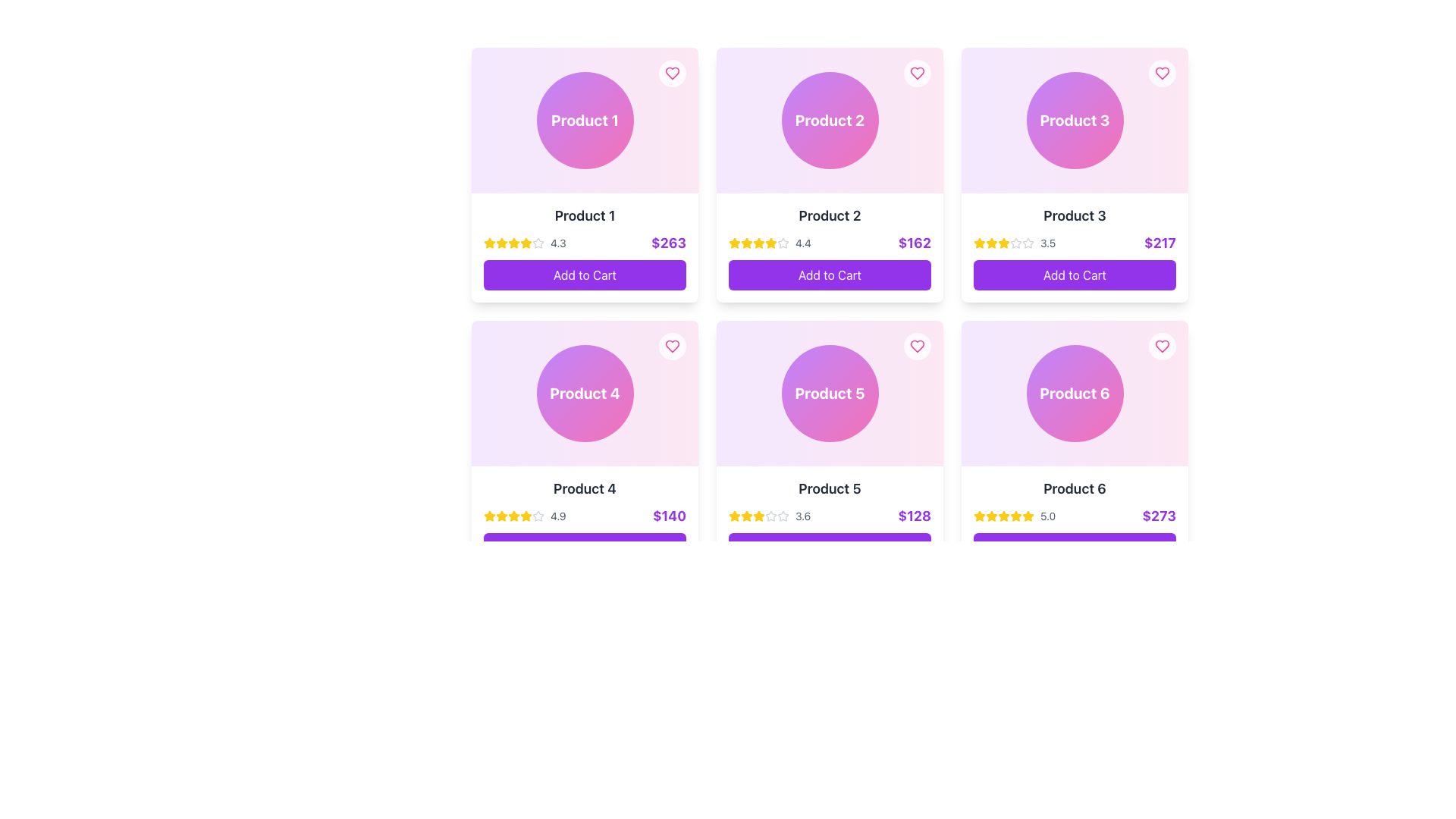 Image resolution: width=1456 pixels, height=819 pixels. Describe the element at coordinates (746, 242) in the screenshot. I see `the first star icon` at that location.